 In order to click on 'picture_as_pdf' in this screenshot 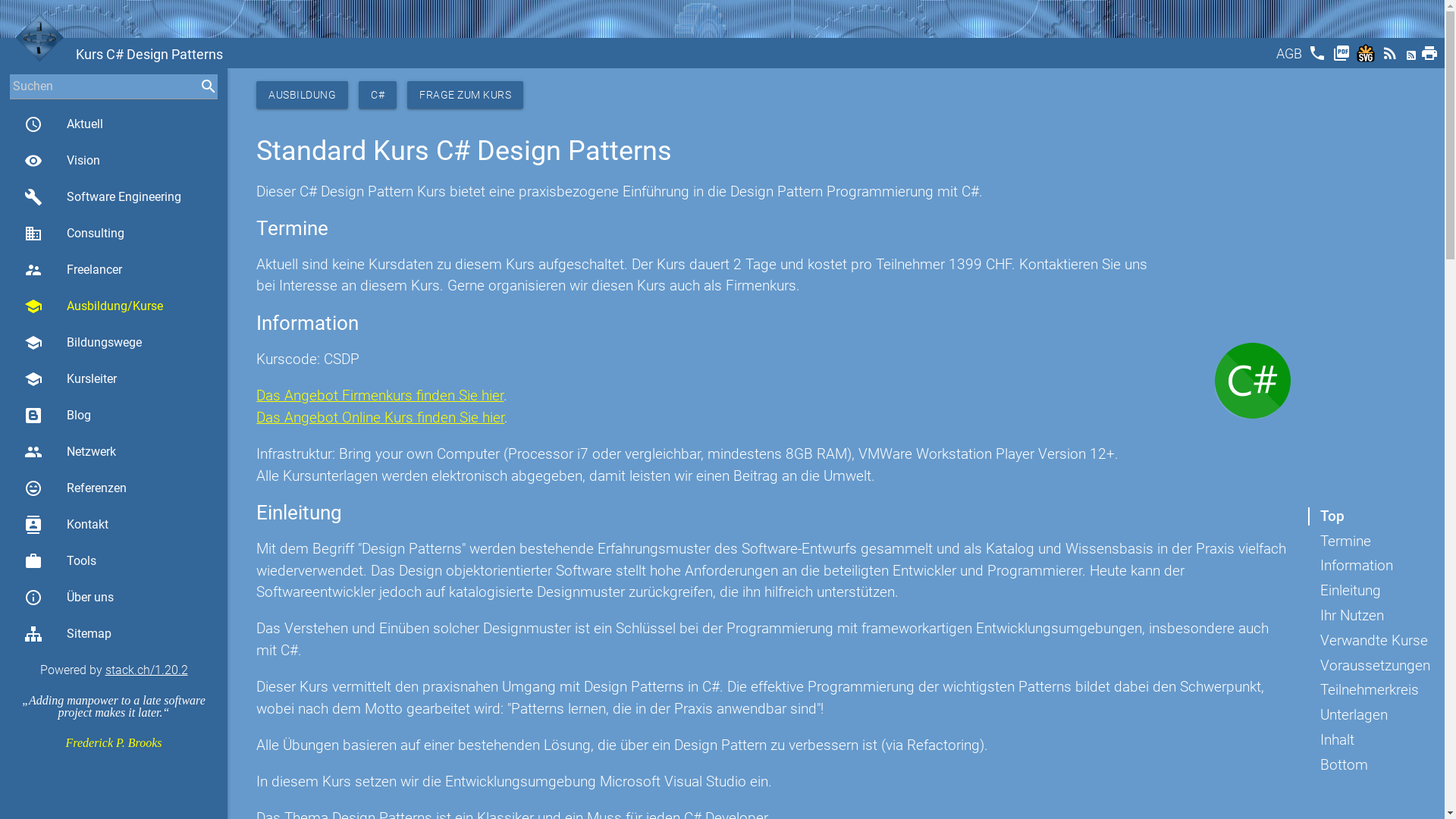, I will do `click(1331, 57)`.